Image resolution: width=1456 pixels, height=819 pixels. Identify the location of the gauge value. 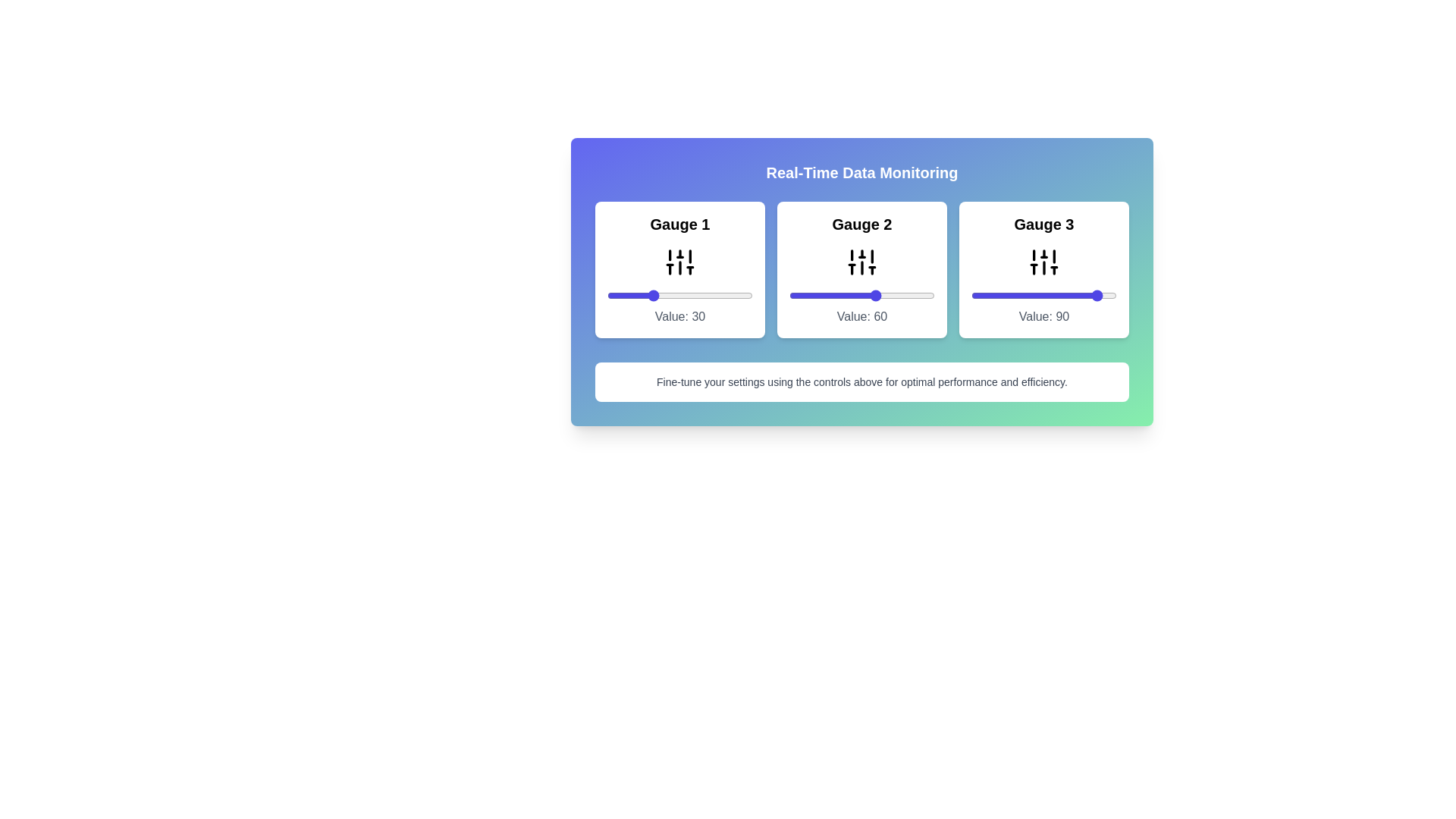
(625, 295).